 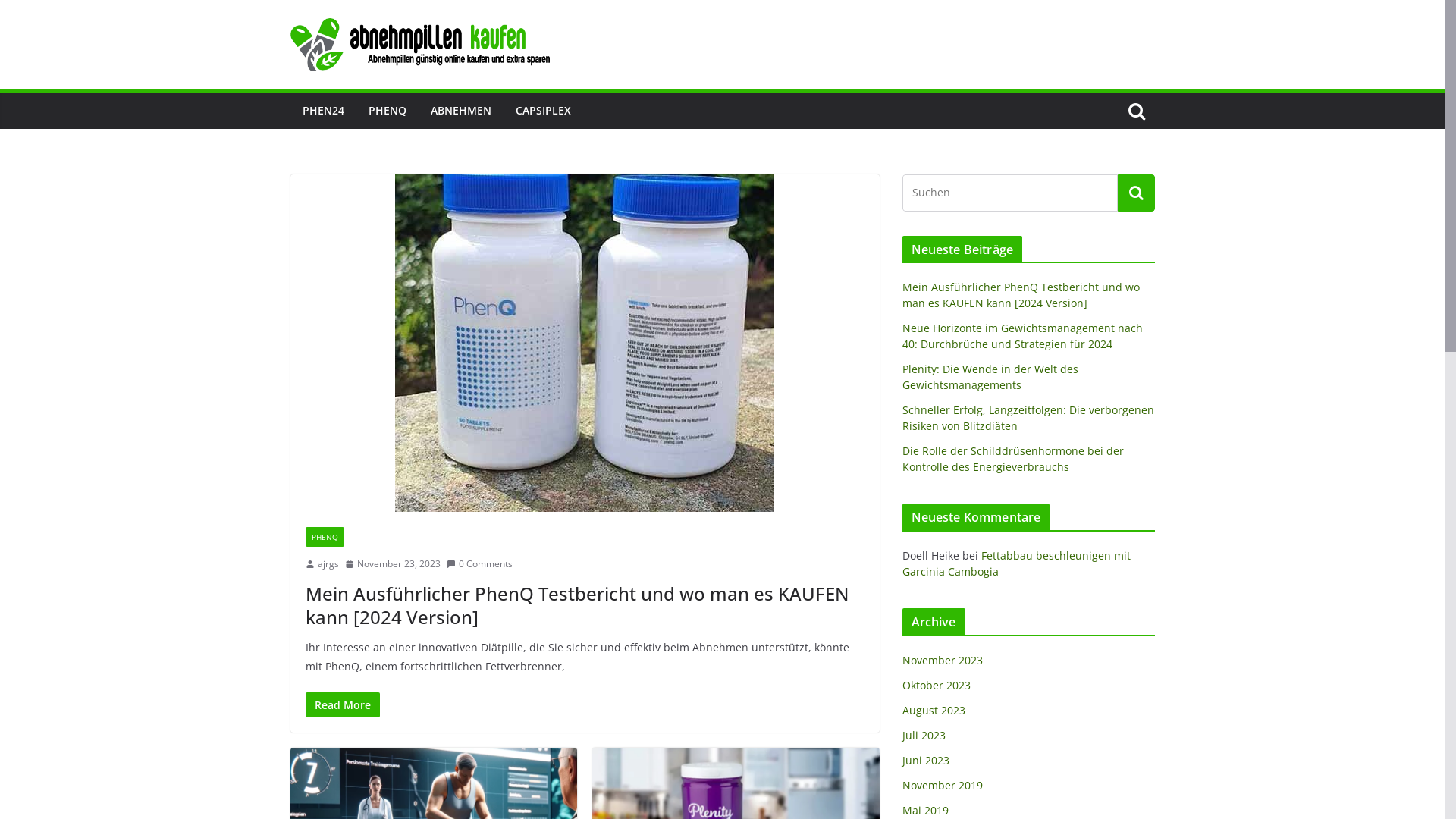 What do you see at coordinates (327, 564) in the screenshot?
I see `'ajrgs'` at bounding box center [327, 564].